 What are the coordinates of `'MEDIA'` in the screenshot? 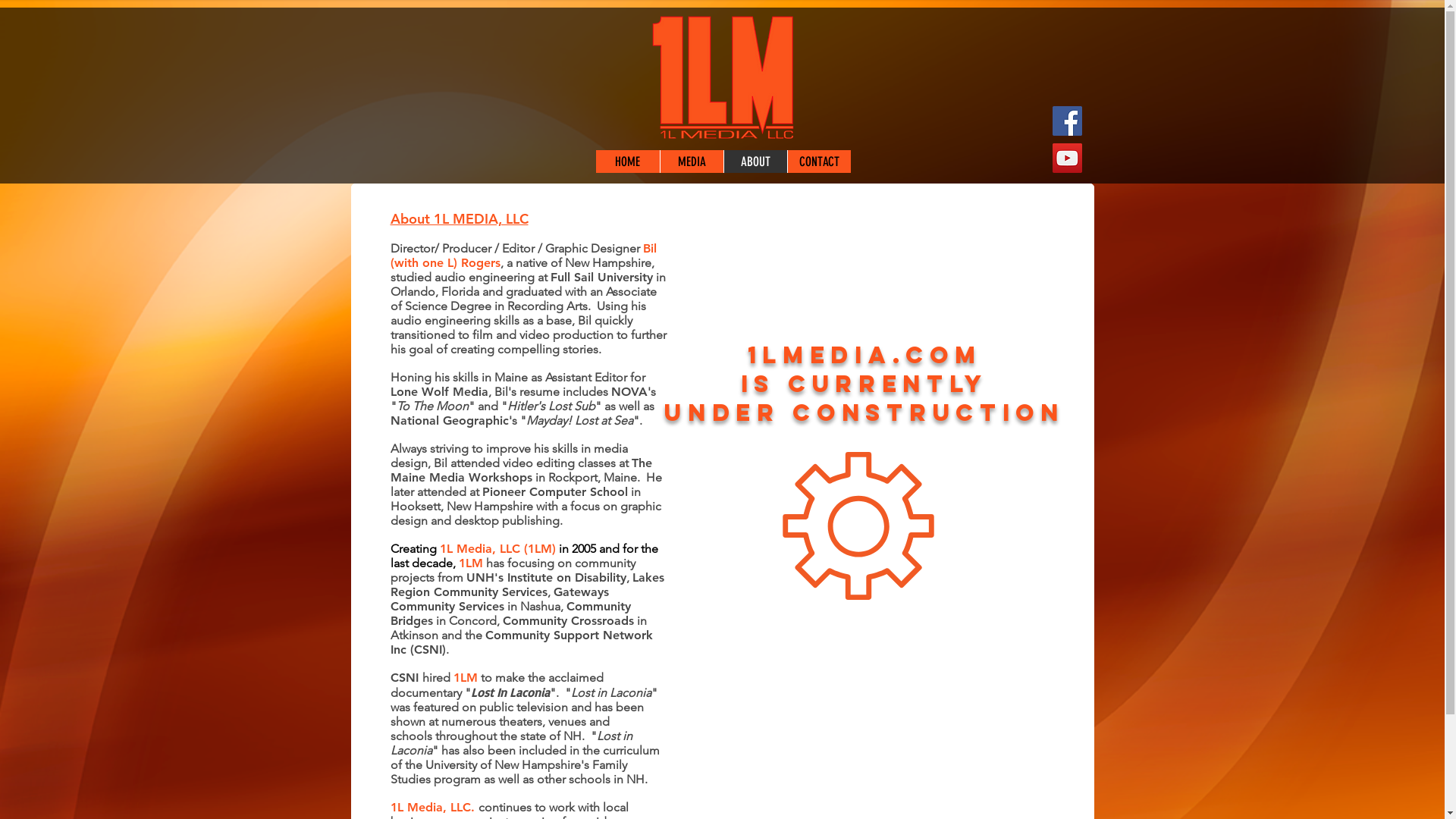 It's located at (691, 161).